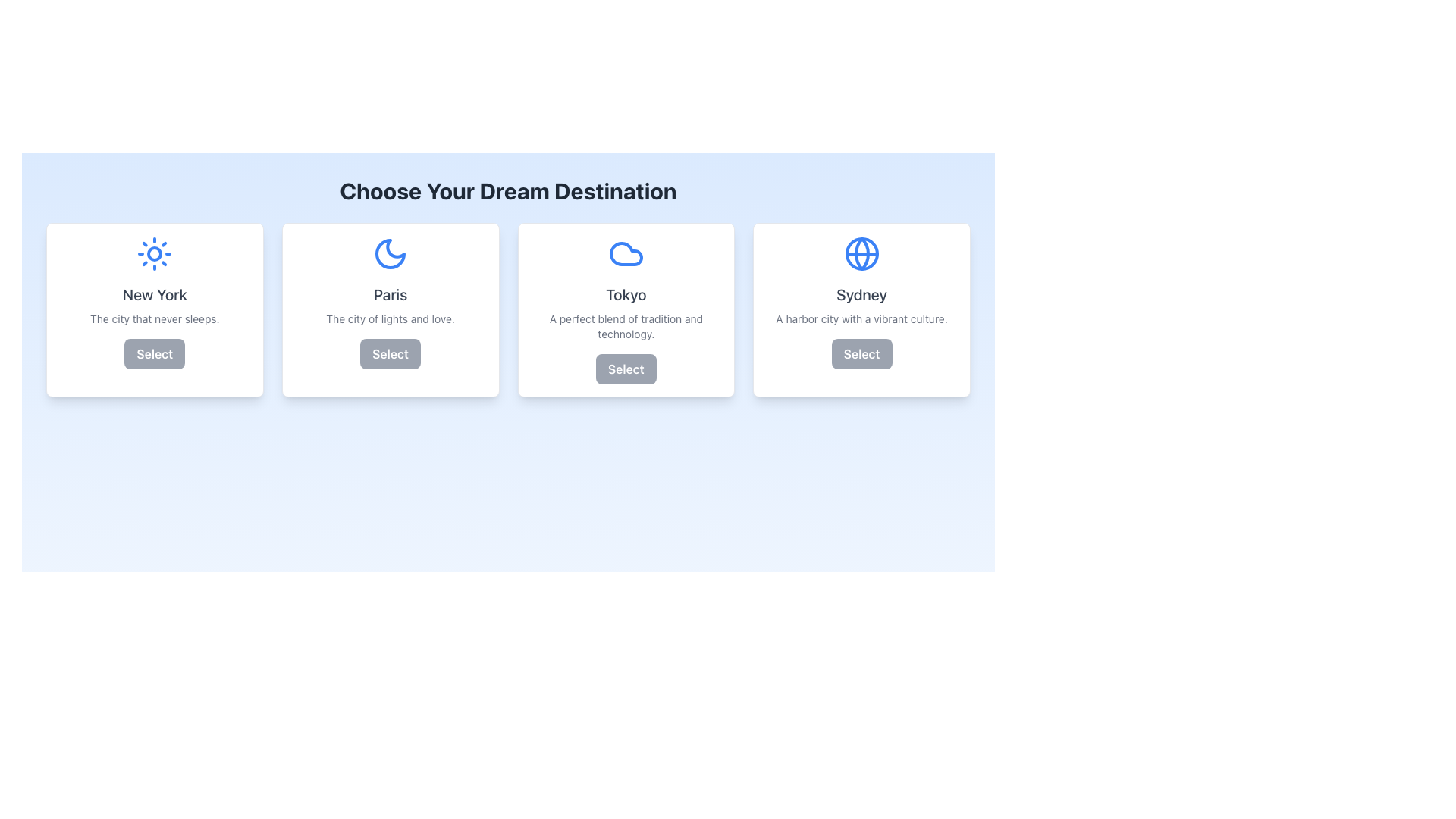  What do you see at coordinates (391, 253) in the screenshot?
I see `the crescent moon icon representing 'Paris' in the destination selection row, located on the second card from the left` at bounding box center [391, 253].